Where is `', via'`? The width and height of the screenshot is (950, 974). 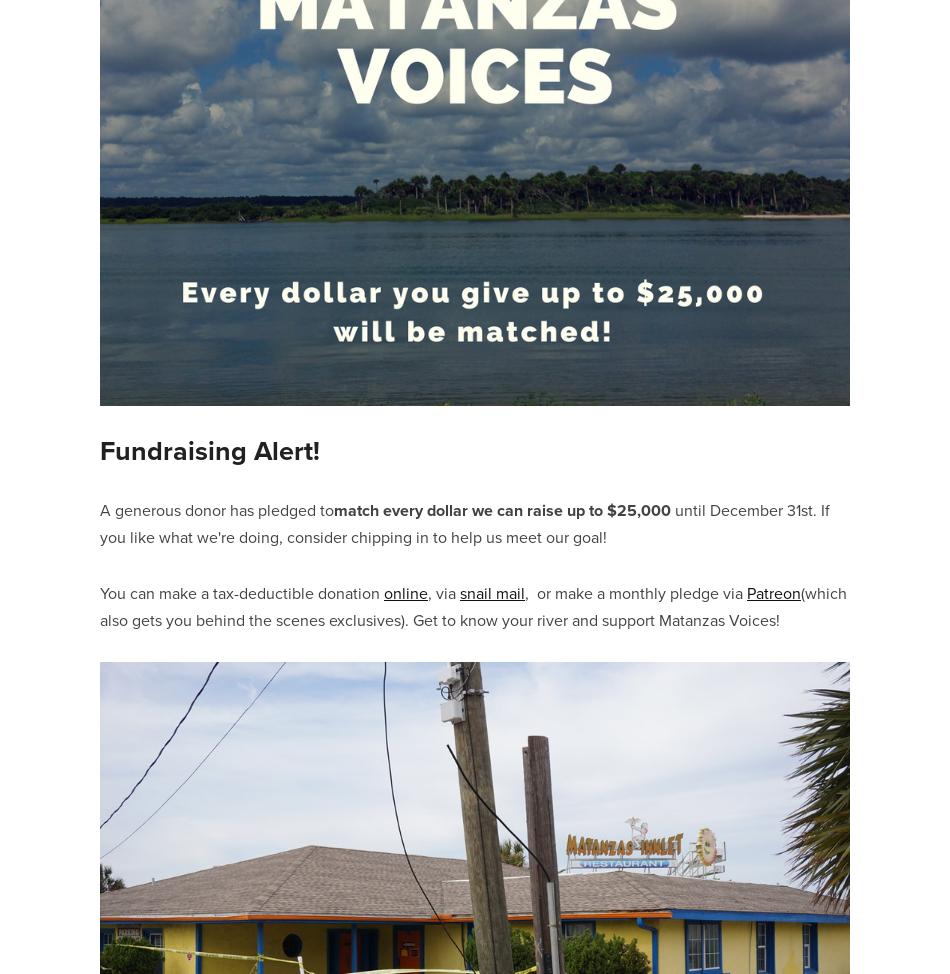 ', via' is located at coordinates (443, 591).